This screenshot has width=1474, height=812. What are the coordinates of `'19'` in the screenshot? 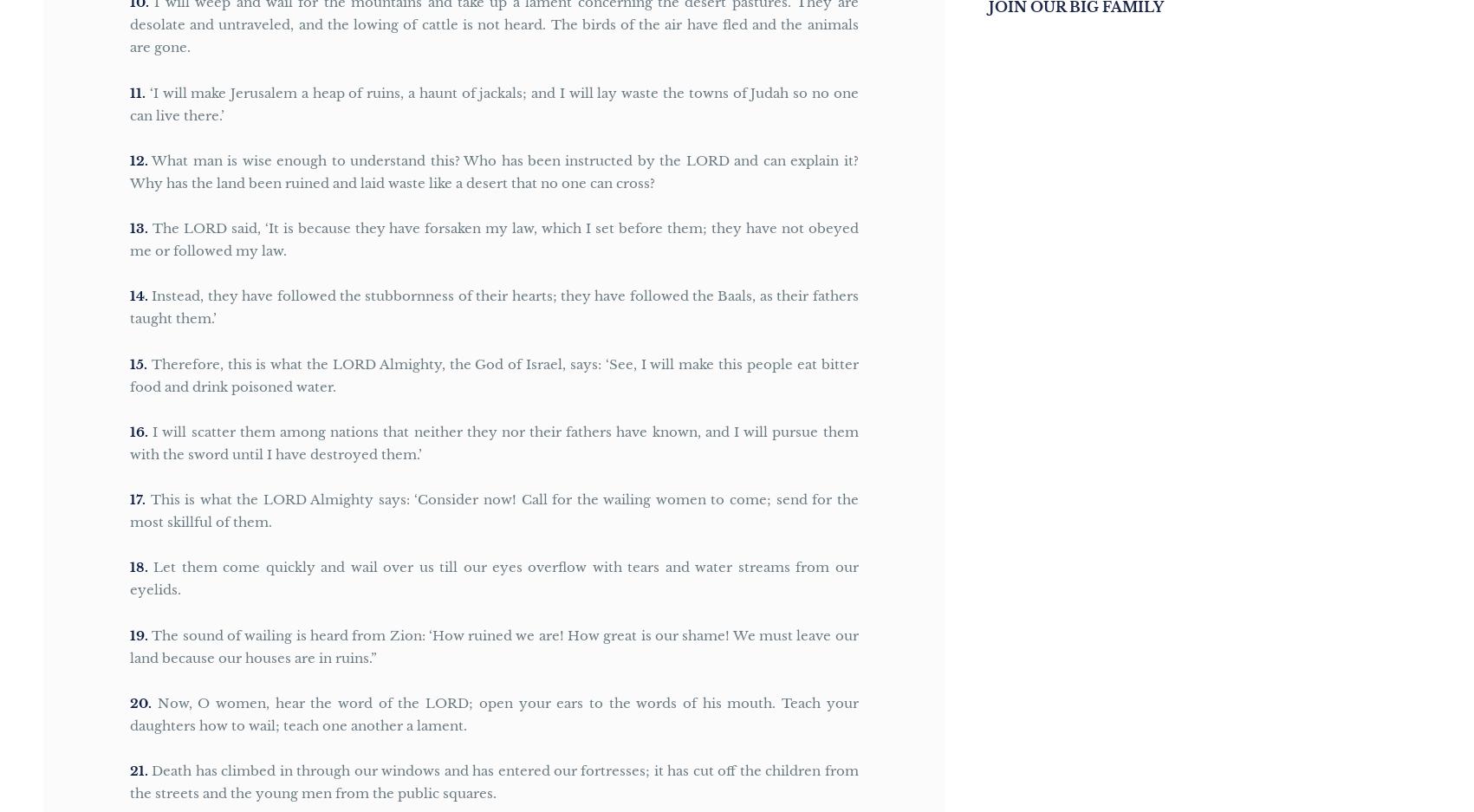 It's located at (136, 633).